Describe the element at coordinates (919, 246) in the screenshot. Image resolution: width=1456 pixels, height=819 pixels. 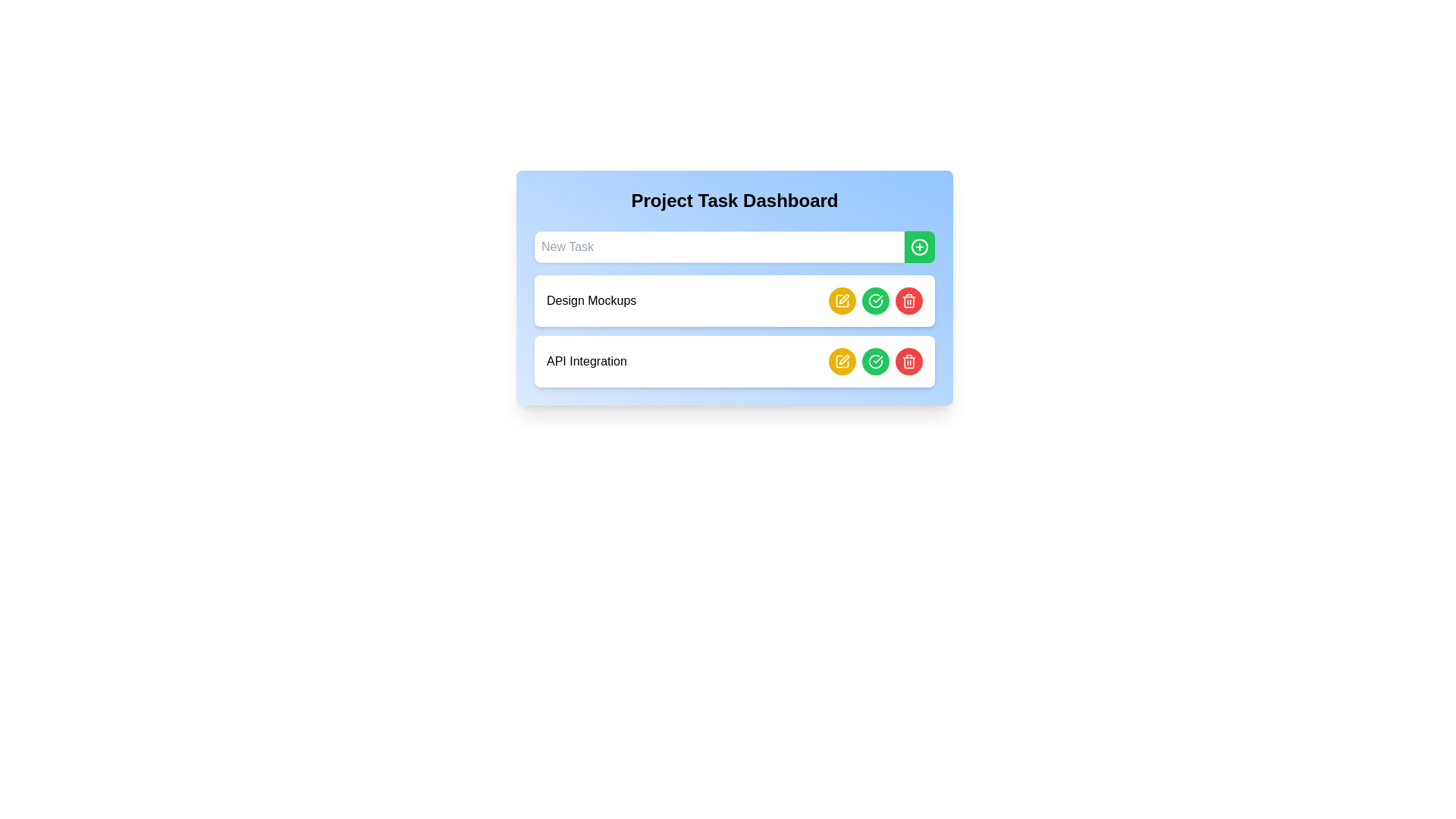
I see `the button containing the SVG graphic element (circle) that serves as the outer circular boundary of a plus icon for adding a new task` at that location.